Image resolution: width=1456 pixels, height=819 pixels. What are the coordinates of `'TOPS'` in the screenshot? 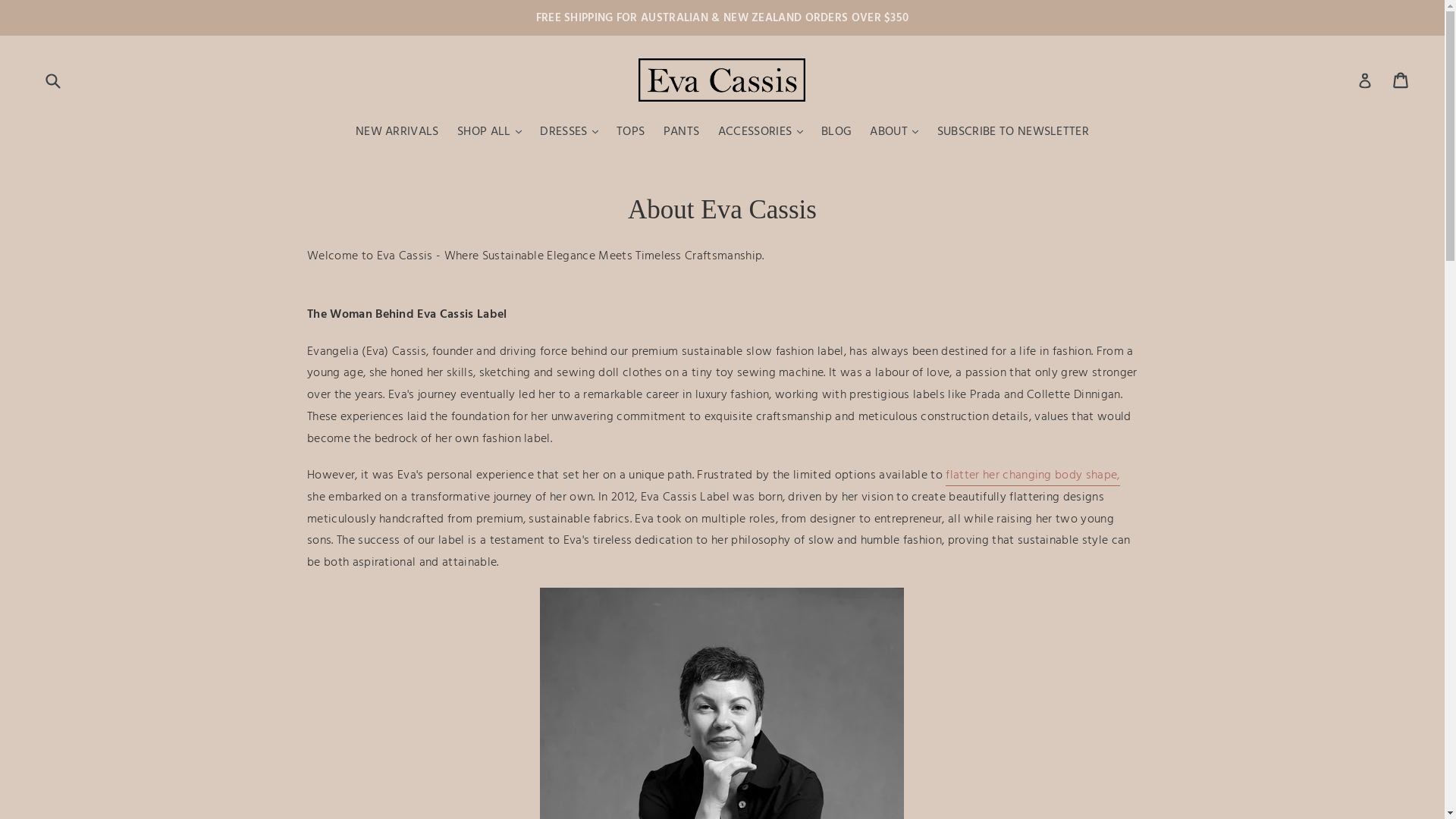 It's located at (630, 131).